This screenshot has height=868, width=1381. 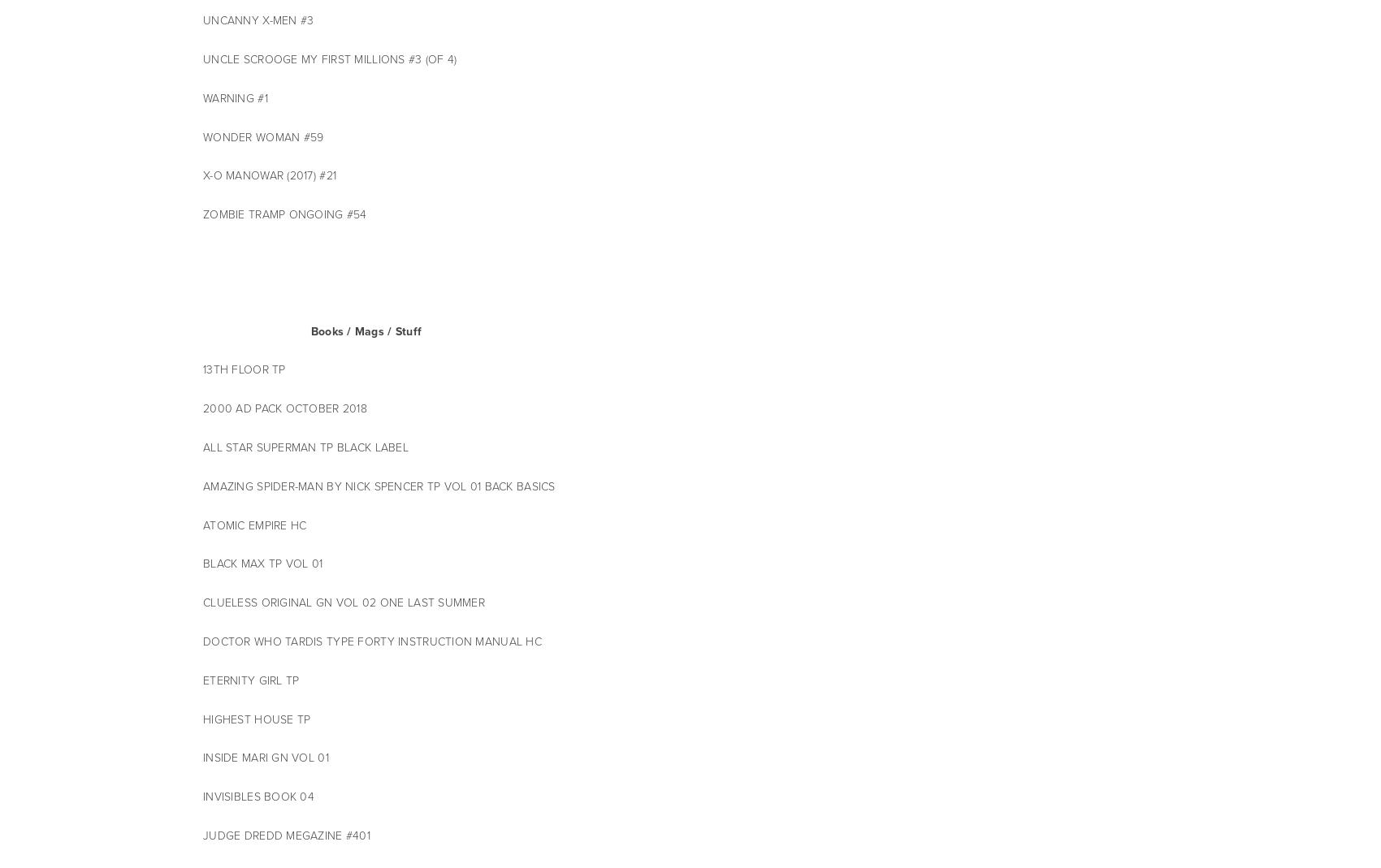 What do you see at coordinates (374, 641) in the screenshot?
I see `'DOCTOR WHO TARDIS TYPE FORTY INSTRUCTION MANUAL HC'` at bounding box center [374, 641].